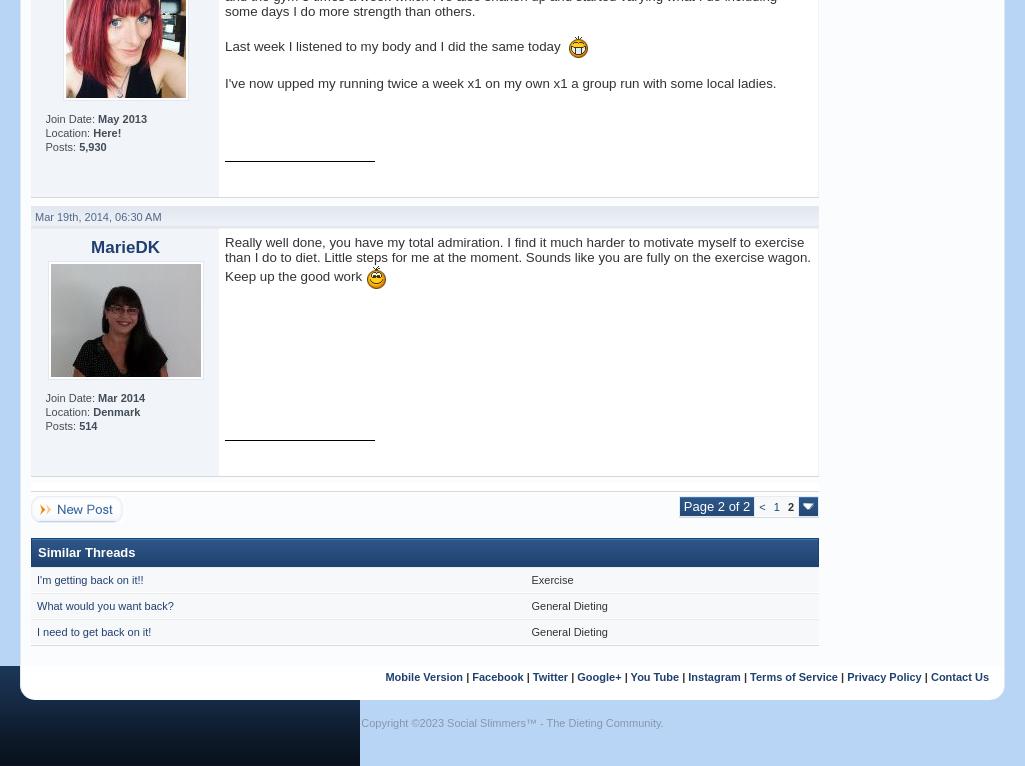  What do you see at coordinates (125, 246) in the screenshot?
I see `'MarieDK'` at bounding box center [125, 246].